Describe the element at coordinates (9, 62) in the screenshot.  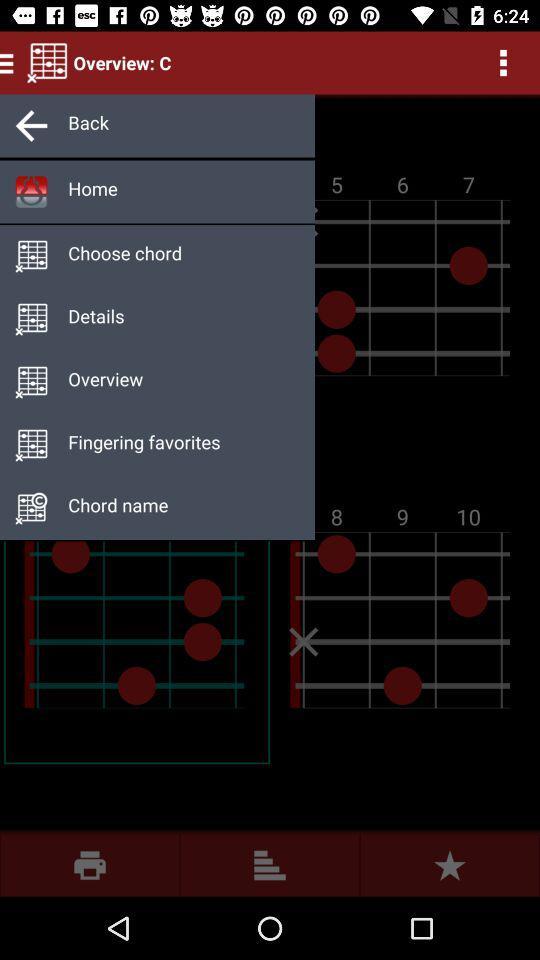
I see `the menu icon` at that location.